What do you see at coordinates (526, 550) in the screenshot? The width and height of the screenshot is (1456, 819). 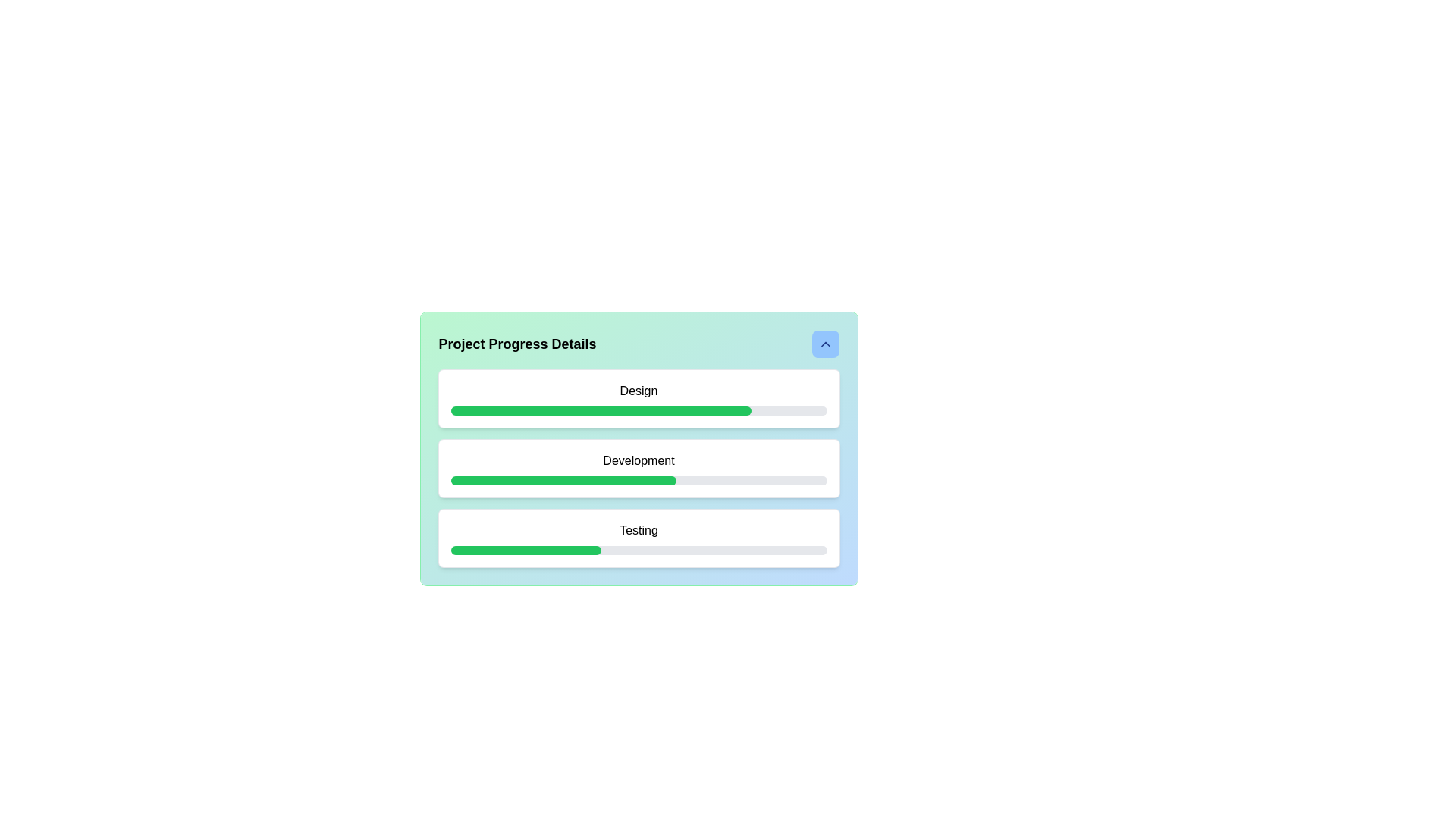 I see `the green progress bar labeled 'Testing' which is the third progress bar in the vertical list within the 'Project Progress Details' box` at bounding box center [526, 550].